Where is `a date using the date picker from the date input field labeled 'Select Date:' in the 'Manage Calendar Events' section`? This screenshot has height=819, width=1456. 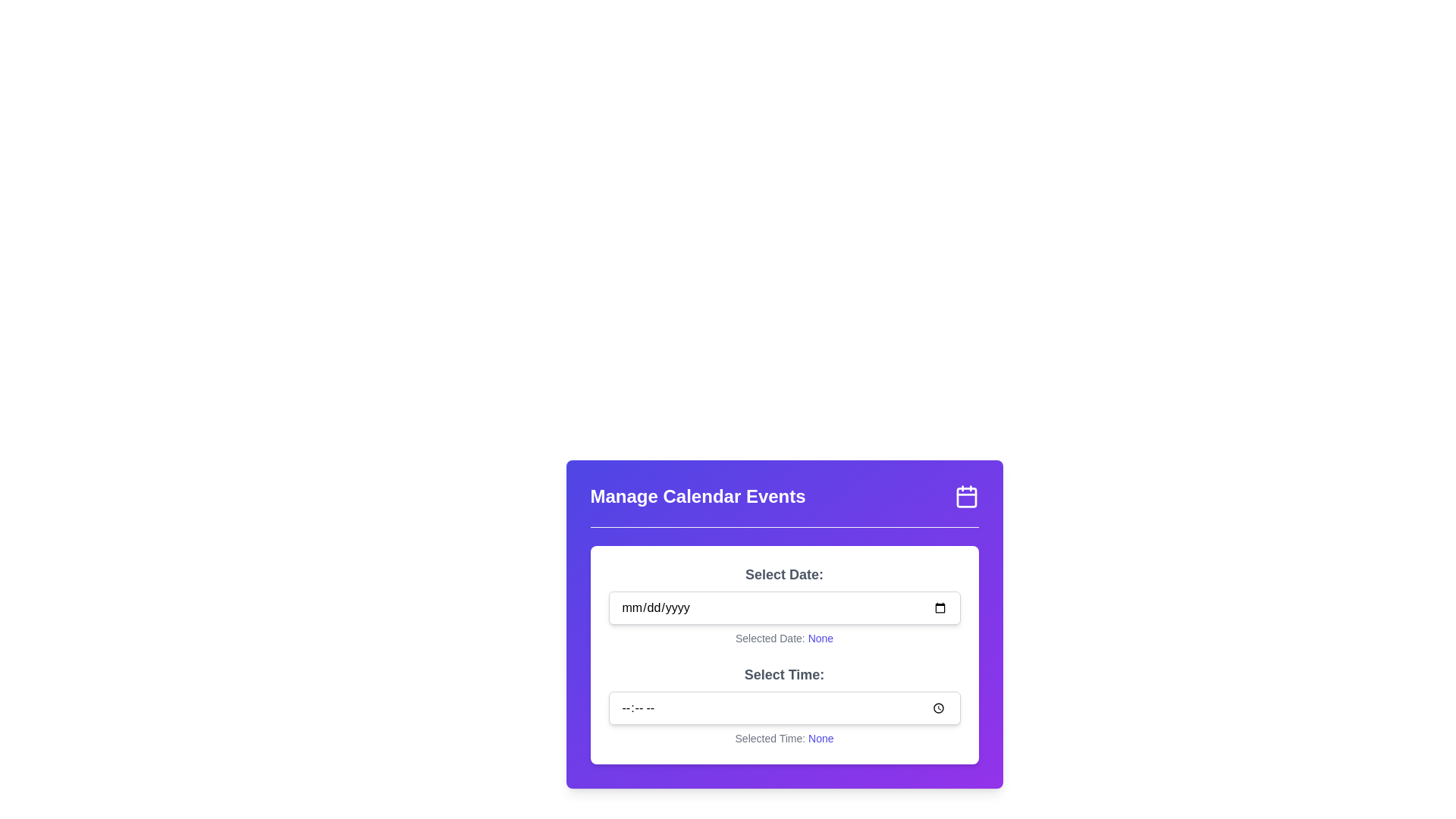 a date using the date picker from the date input field labeled 'Select Date:' in the 'Manage Calendar Events' section is located at coordinates (784, 604).